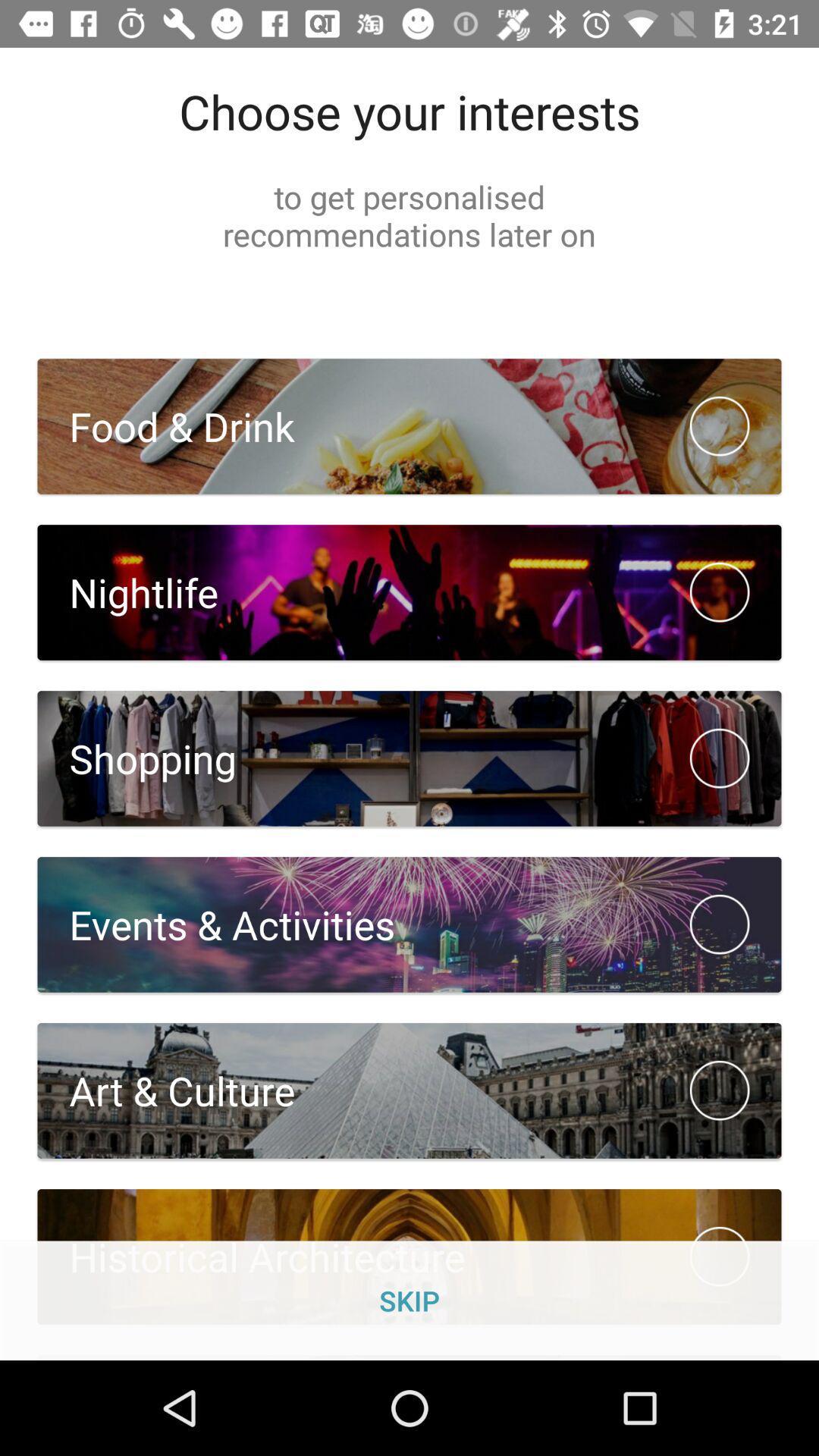 This screenshot has width=819, height=1456. I want to click on the button which is below the event  activities, so click(409, 1090).